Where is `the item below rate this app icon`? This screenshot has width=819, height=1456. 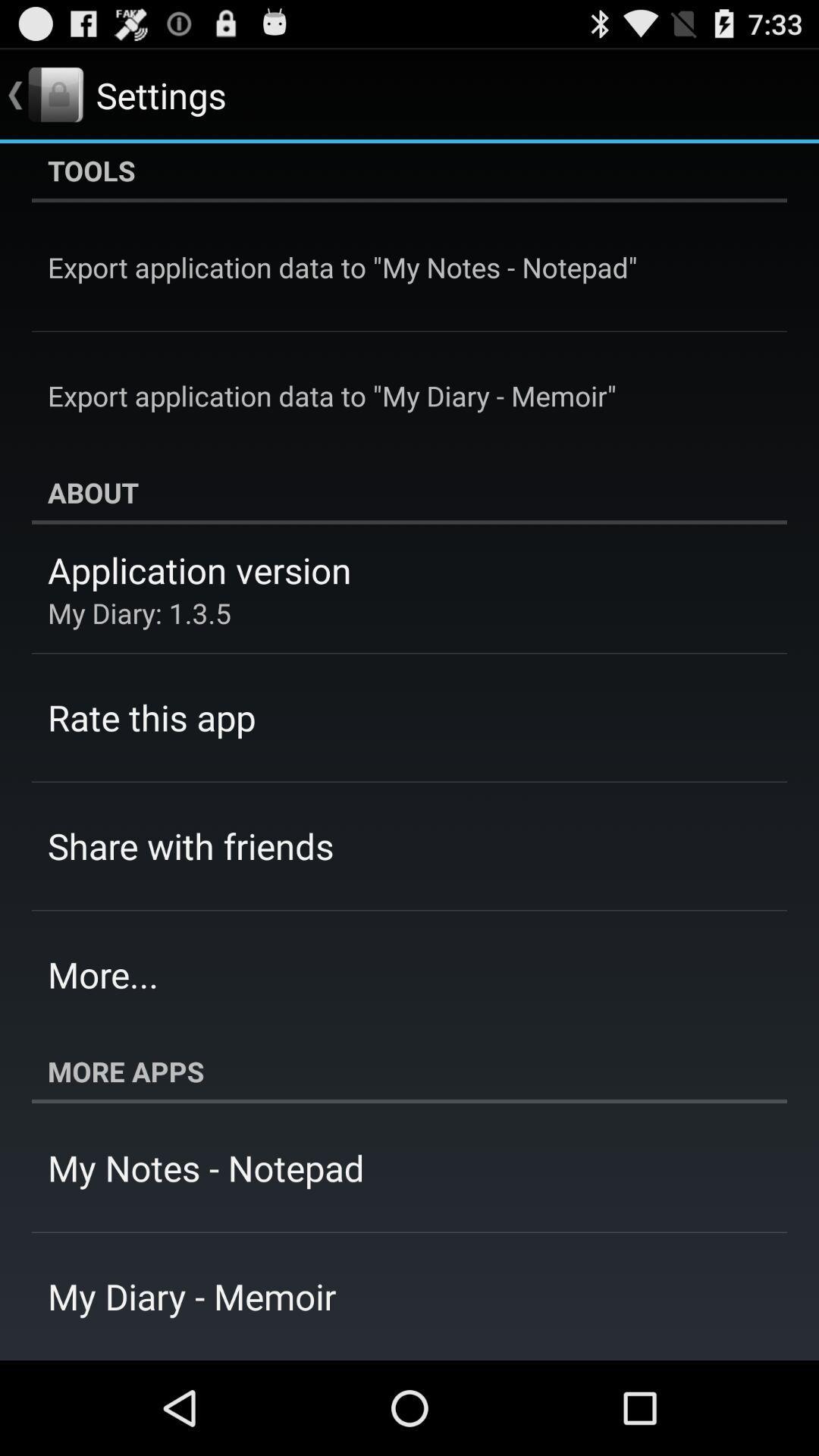 the item below rate this app icon is located at coordinates (190, 845).